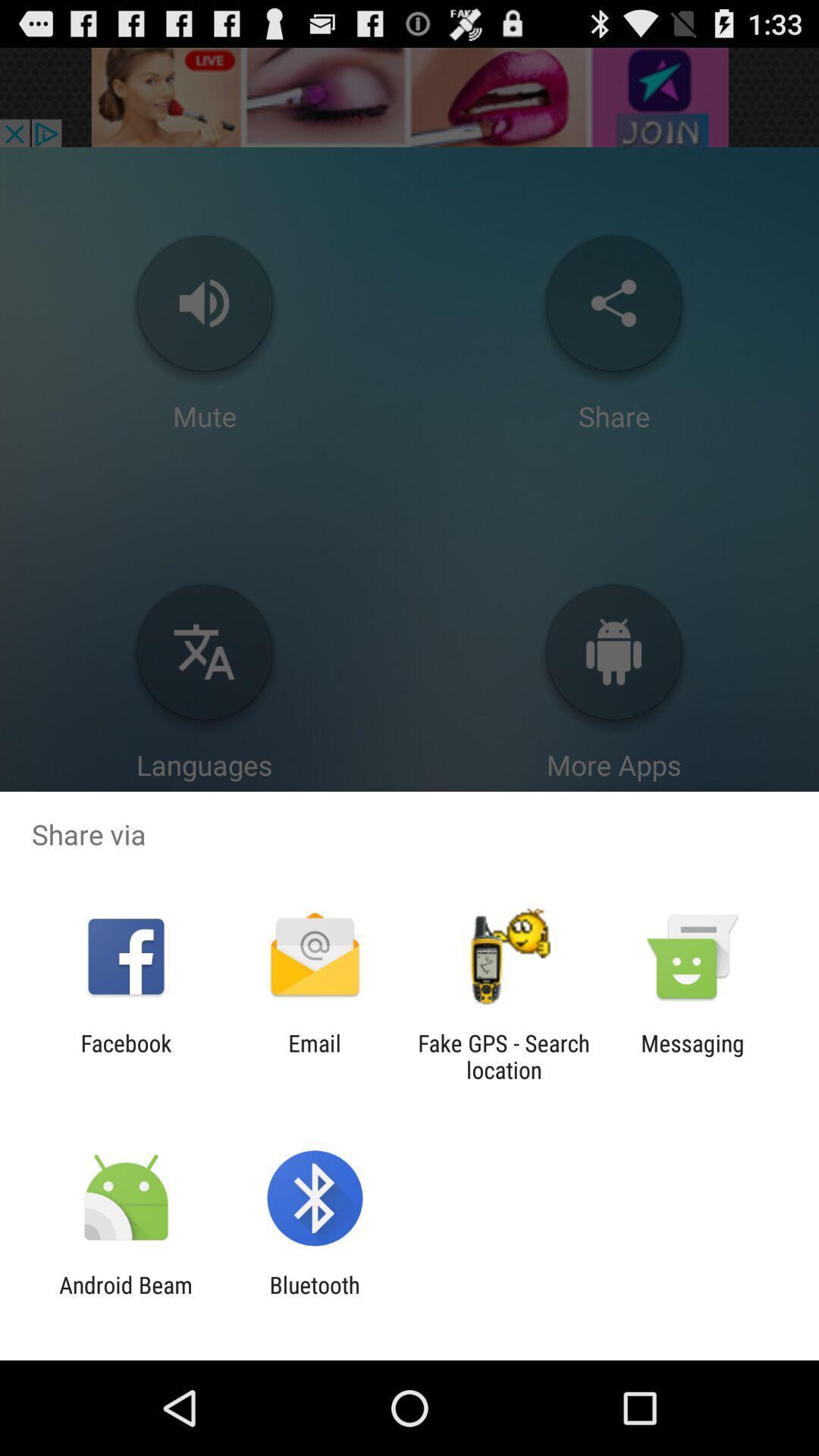 The image size is (819, 1456). I want to click on icon next to the messaging, so click(504, 1056).